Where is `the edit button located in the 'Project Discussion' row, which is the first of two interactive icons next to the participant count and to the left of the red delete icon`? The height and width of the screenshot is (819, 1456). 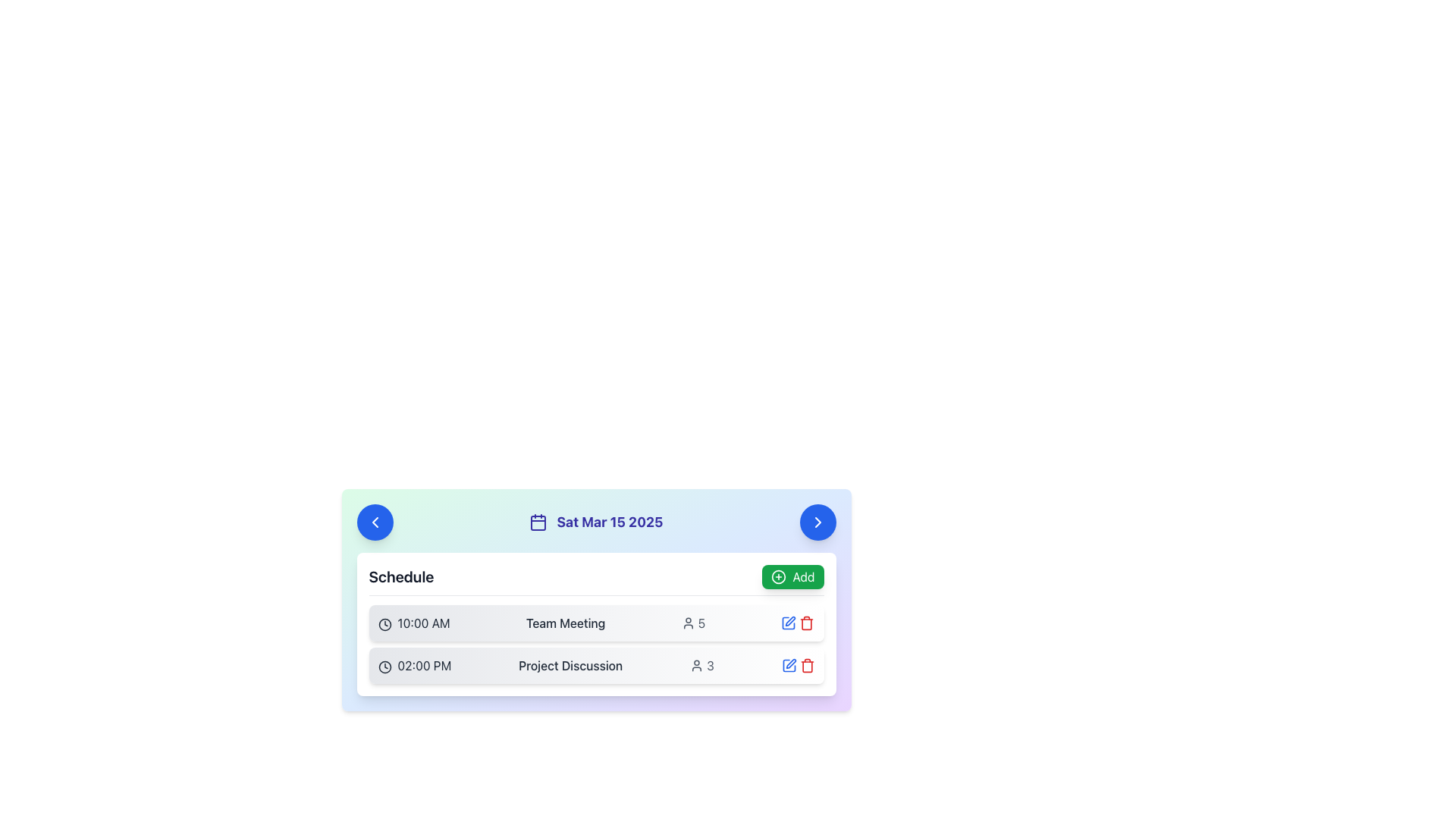
the edit button located in the 'Project Discussion' row, which is the first of two interactive icons next to the participant count and to the left of the red delete icon is located at coordinates (789, 665).